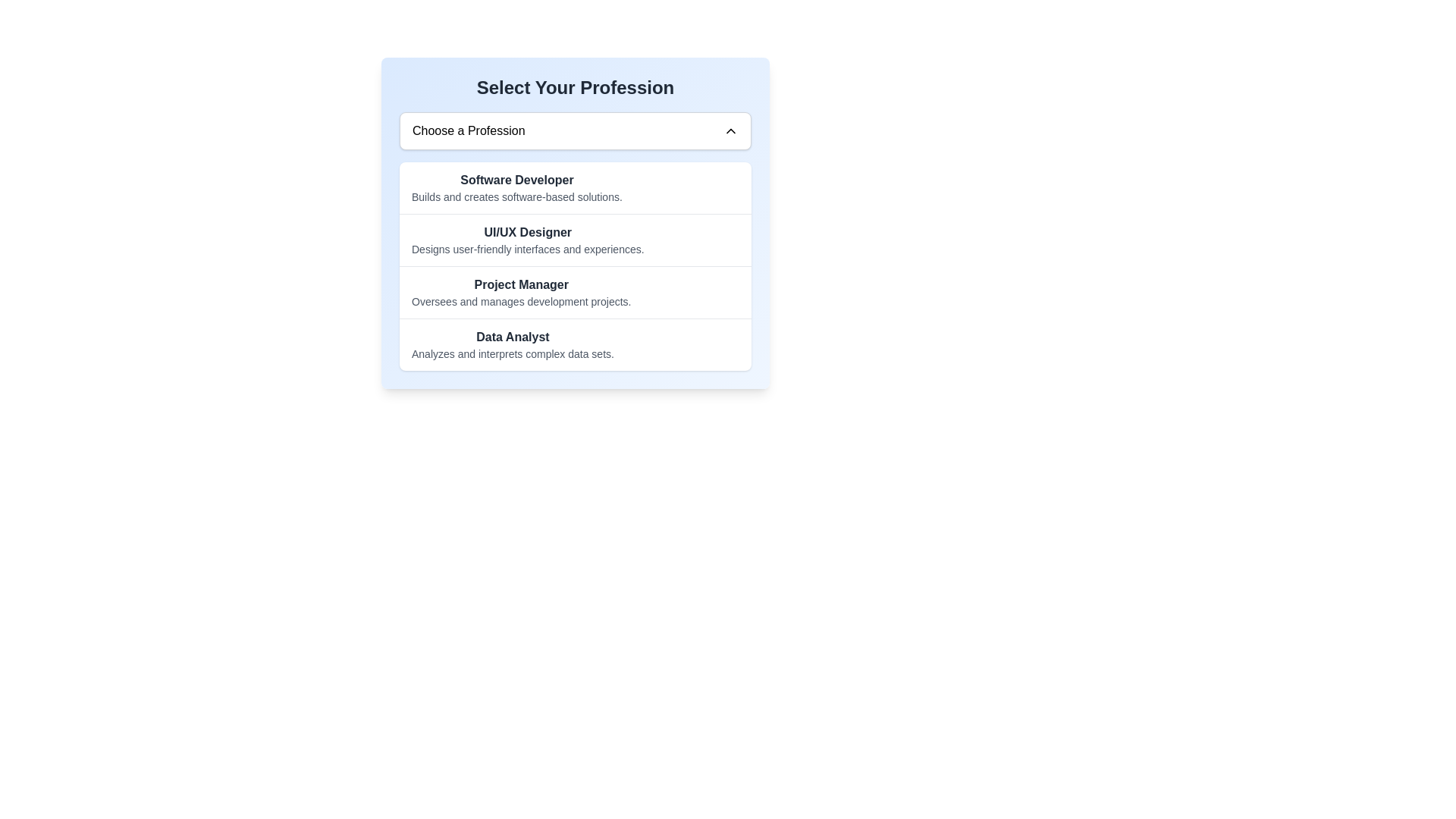 The height and width of the screenshot is (819, 1456). I want to click on the second item in the list of selectable professions, so click(574, 222).